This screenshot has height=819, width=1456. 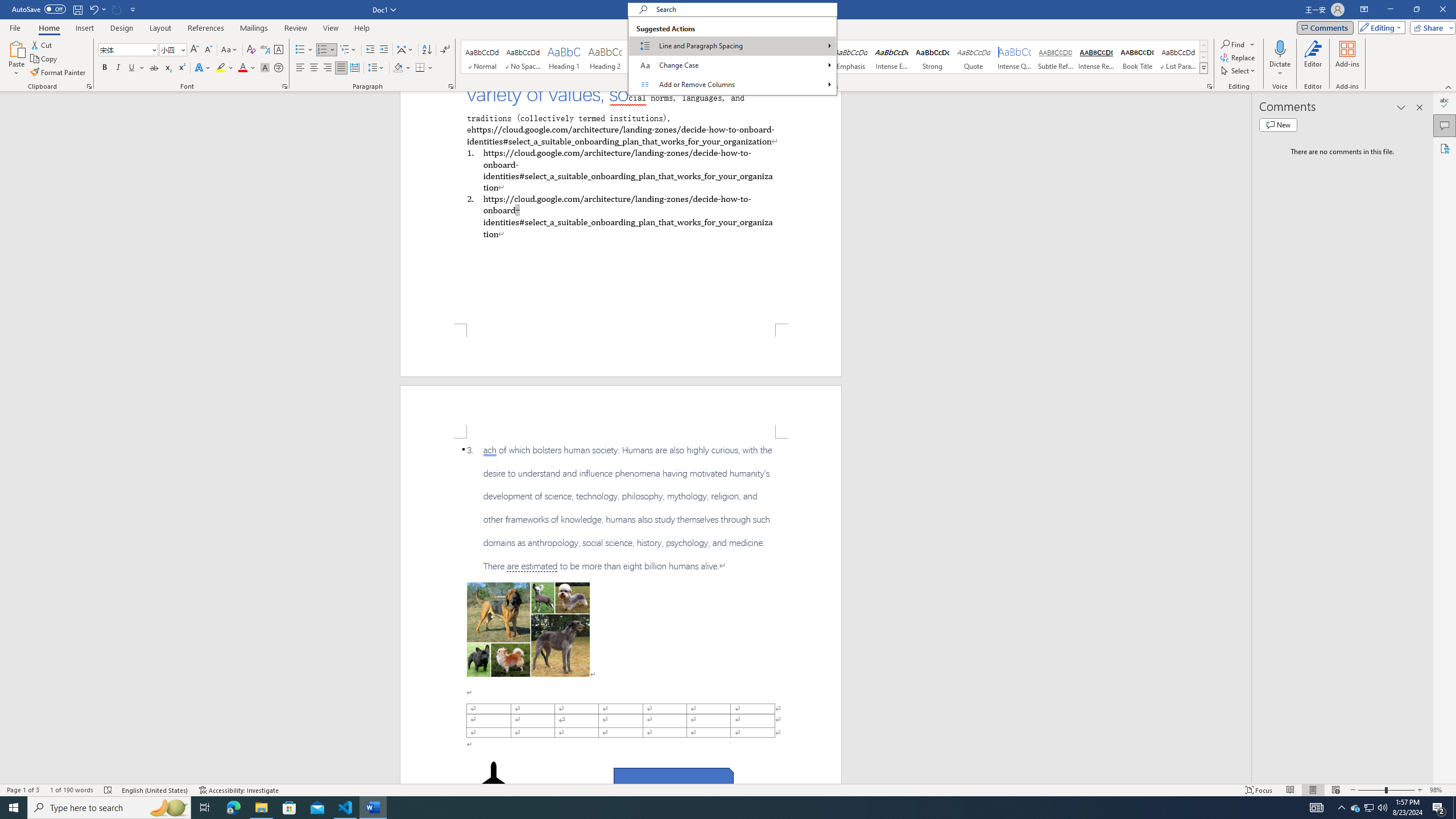 I want to click on 'Underline', so click(x=136, y=67).